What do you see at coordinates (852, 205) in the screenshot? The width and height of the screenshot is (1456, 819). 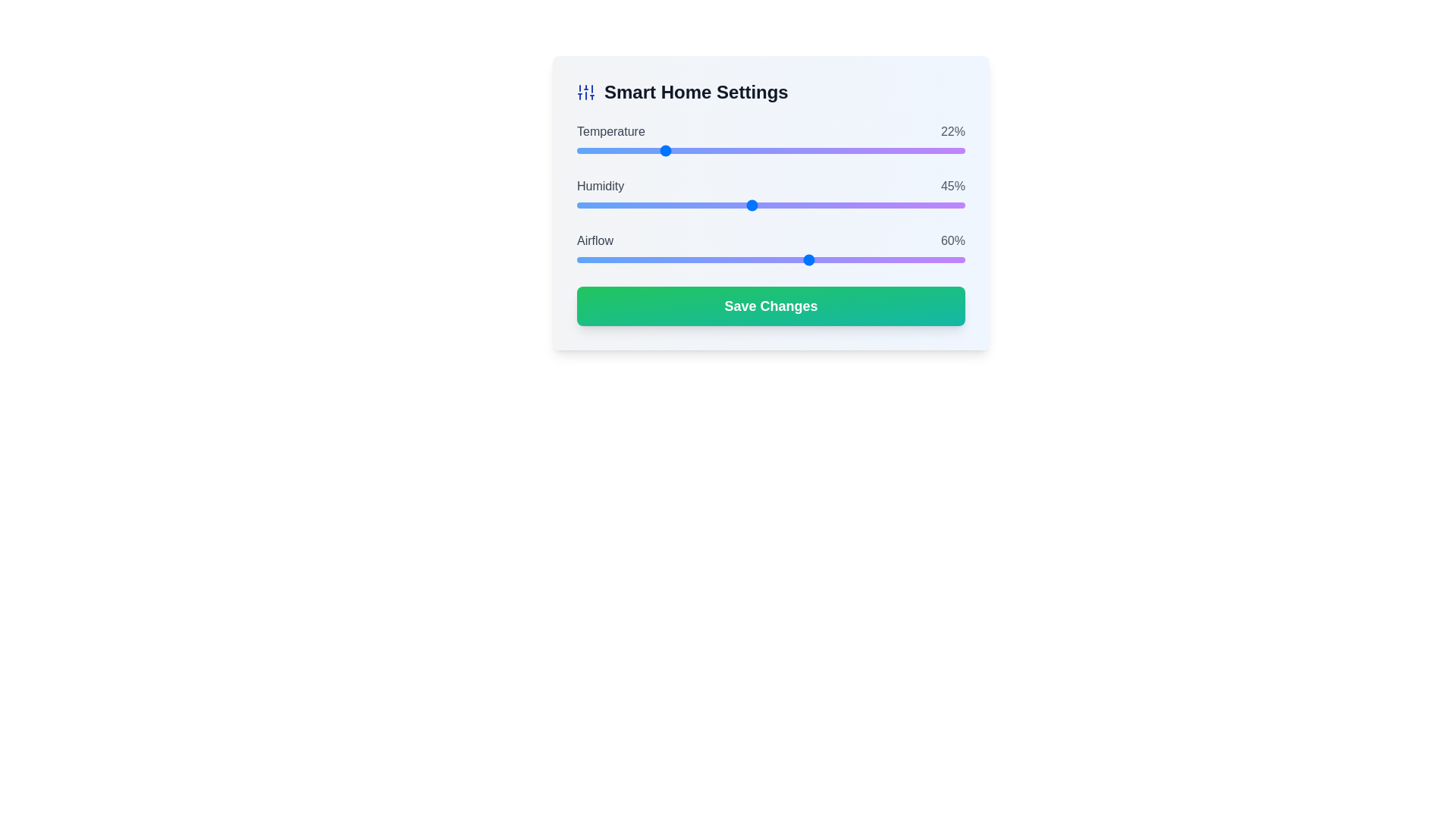 I see `the humidity level` at bounding box center [852, 205].